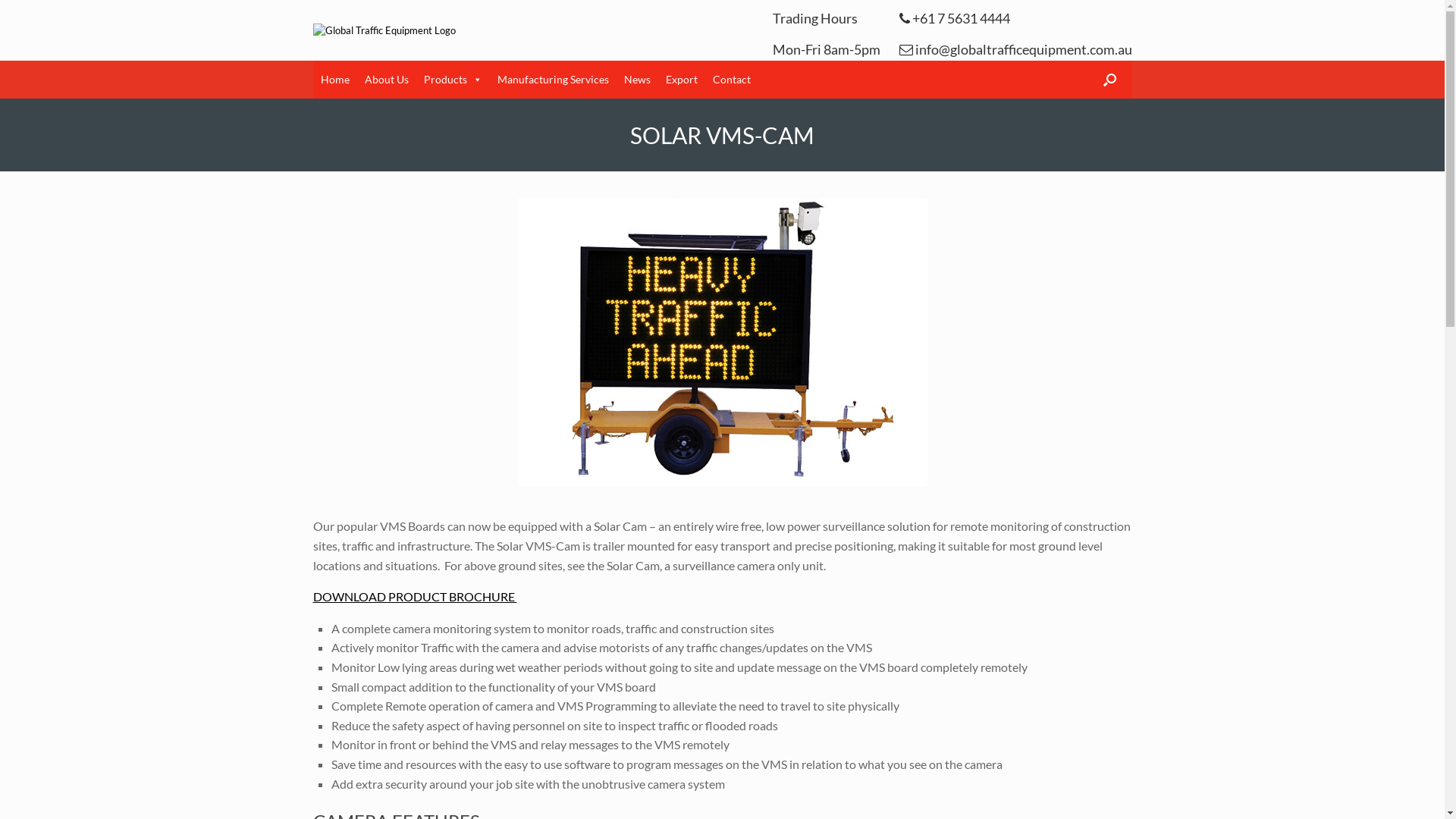  What do you see at coordinates (680, 79) in the screenshot?
I see `'Export'` at bounding box center [680, 79].